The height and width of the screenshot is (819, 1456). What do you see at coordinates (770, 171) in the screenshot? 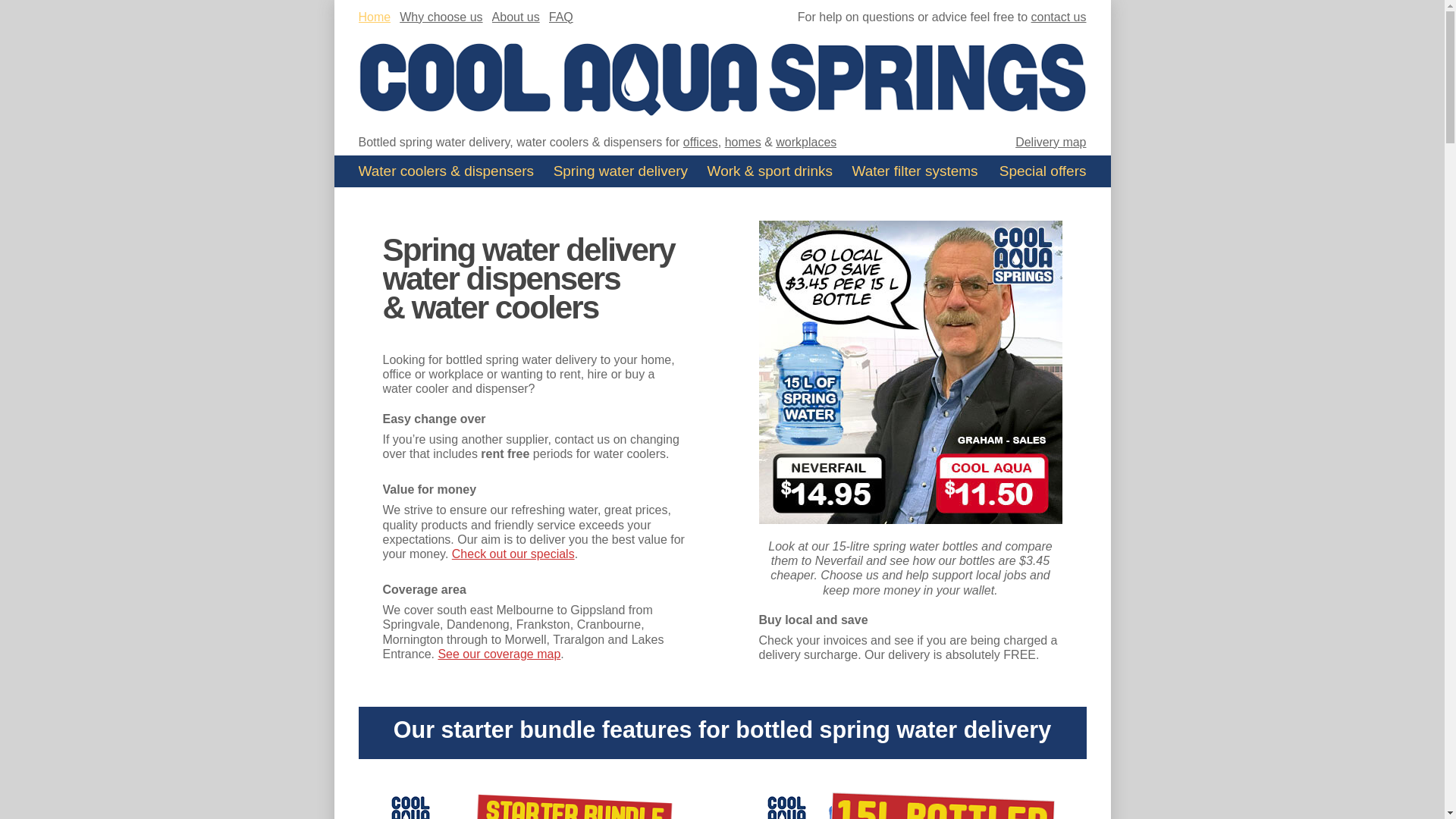
I see `'Work & sport drinks'` at bounding box center [770, 171].